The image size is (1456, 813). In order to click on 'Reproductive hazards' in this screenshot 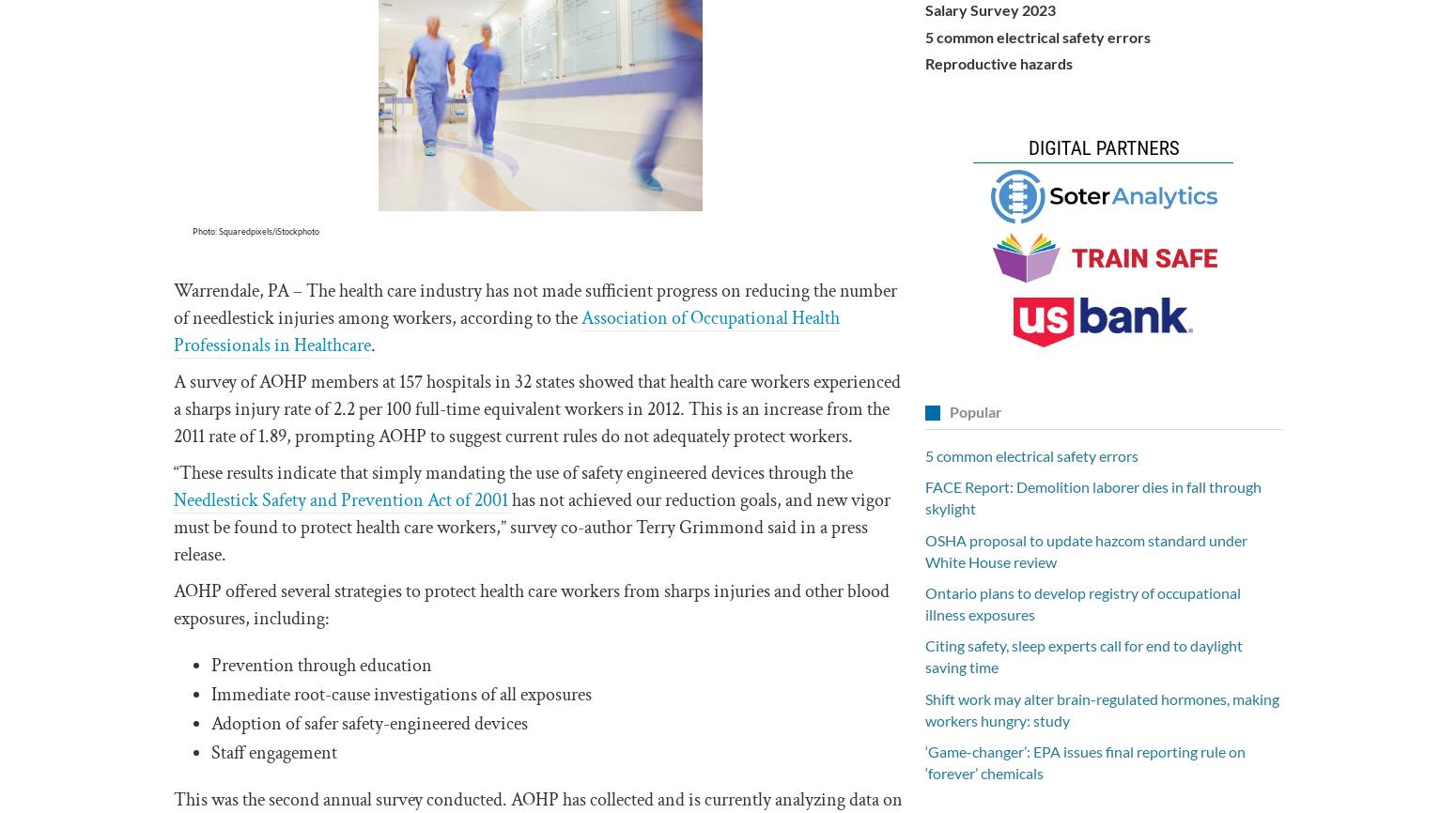, I will do `click(924, 62)`.